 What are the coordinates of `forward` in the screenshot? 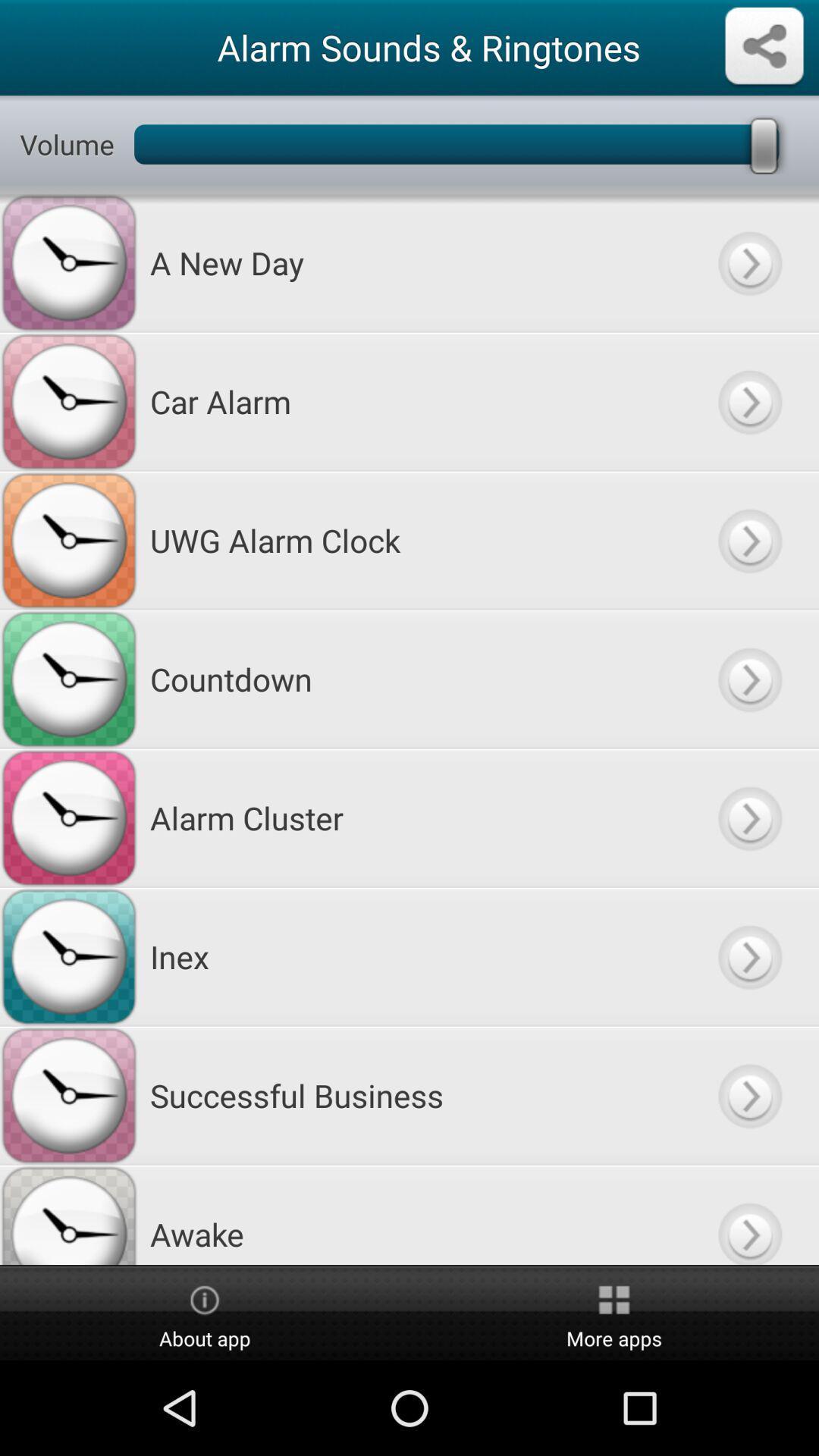 It's located at (748, 955).